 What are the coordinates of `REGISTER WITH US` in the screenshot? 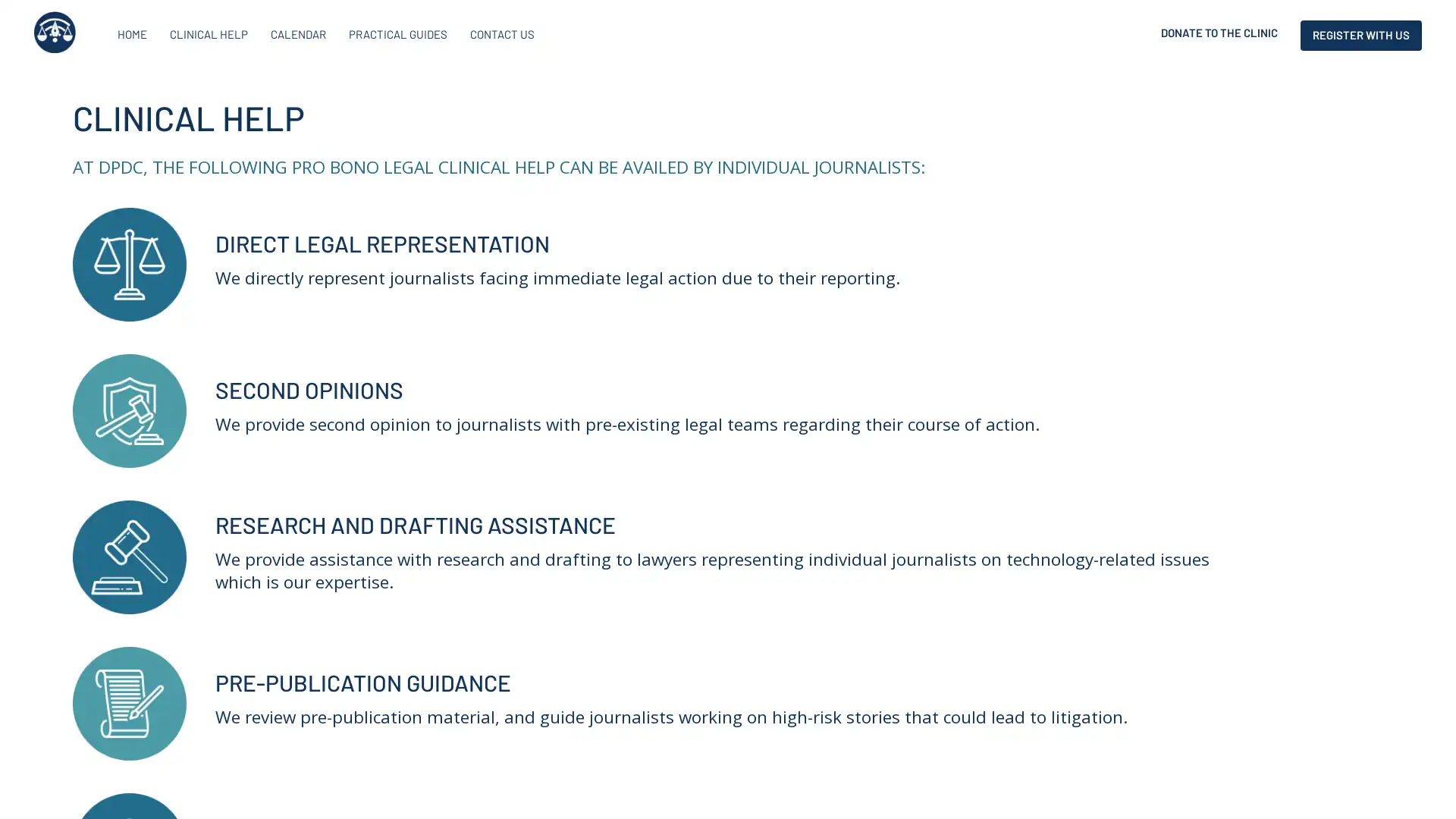 It's located at (1361, 34).